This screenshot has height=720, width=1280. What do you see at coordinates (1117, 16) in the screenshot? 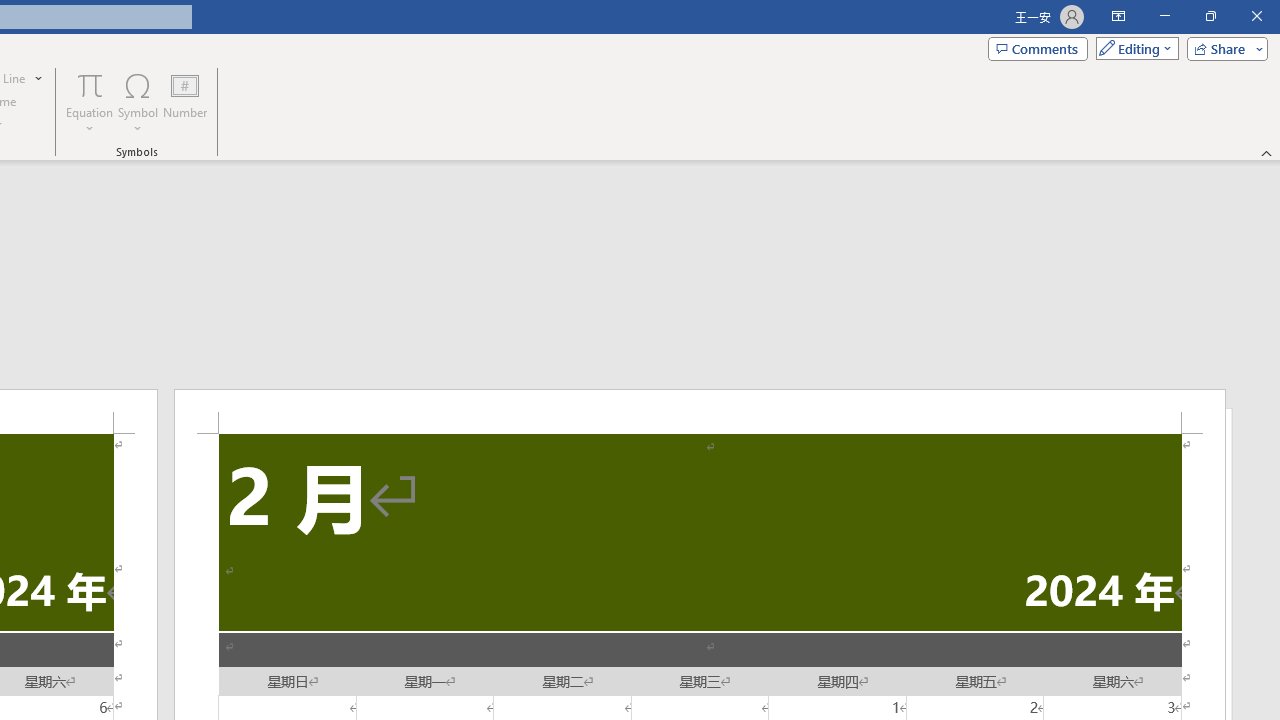
I see `'Ribbon Display Options'` at bounding box center [1117, 16].